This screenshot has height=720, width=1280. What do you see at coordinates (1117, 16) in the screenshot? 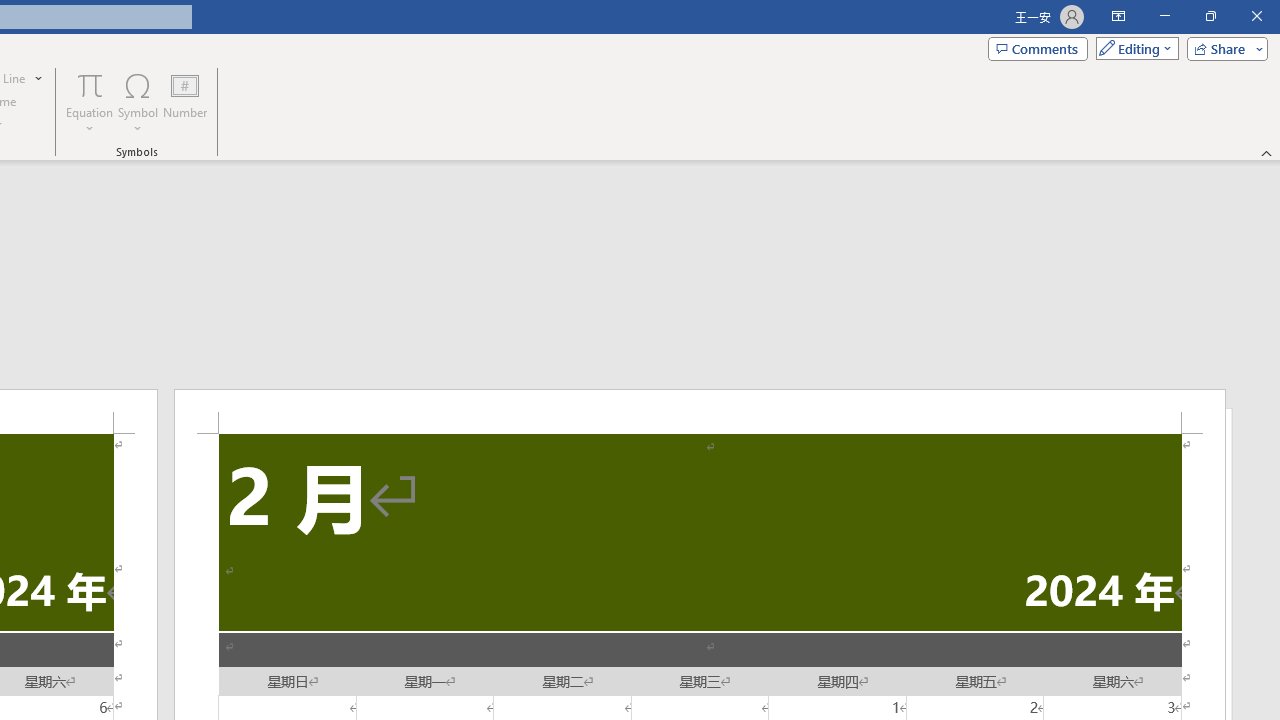
I see `'Ribbon Display Options'` at bounding box center [1117, 16].